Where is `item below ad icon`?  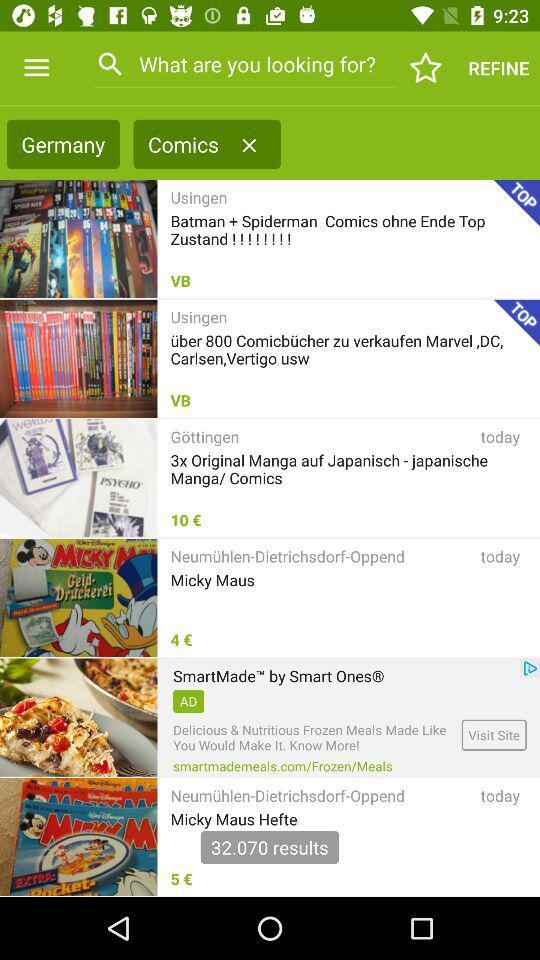 item below ad icon is located at coordinates (314, 736).